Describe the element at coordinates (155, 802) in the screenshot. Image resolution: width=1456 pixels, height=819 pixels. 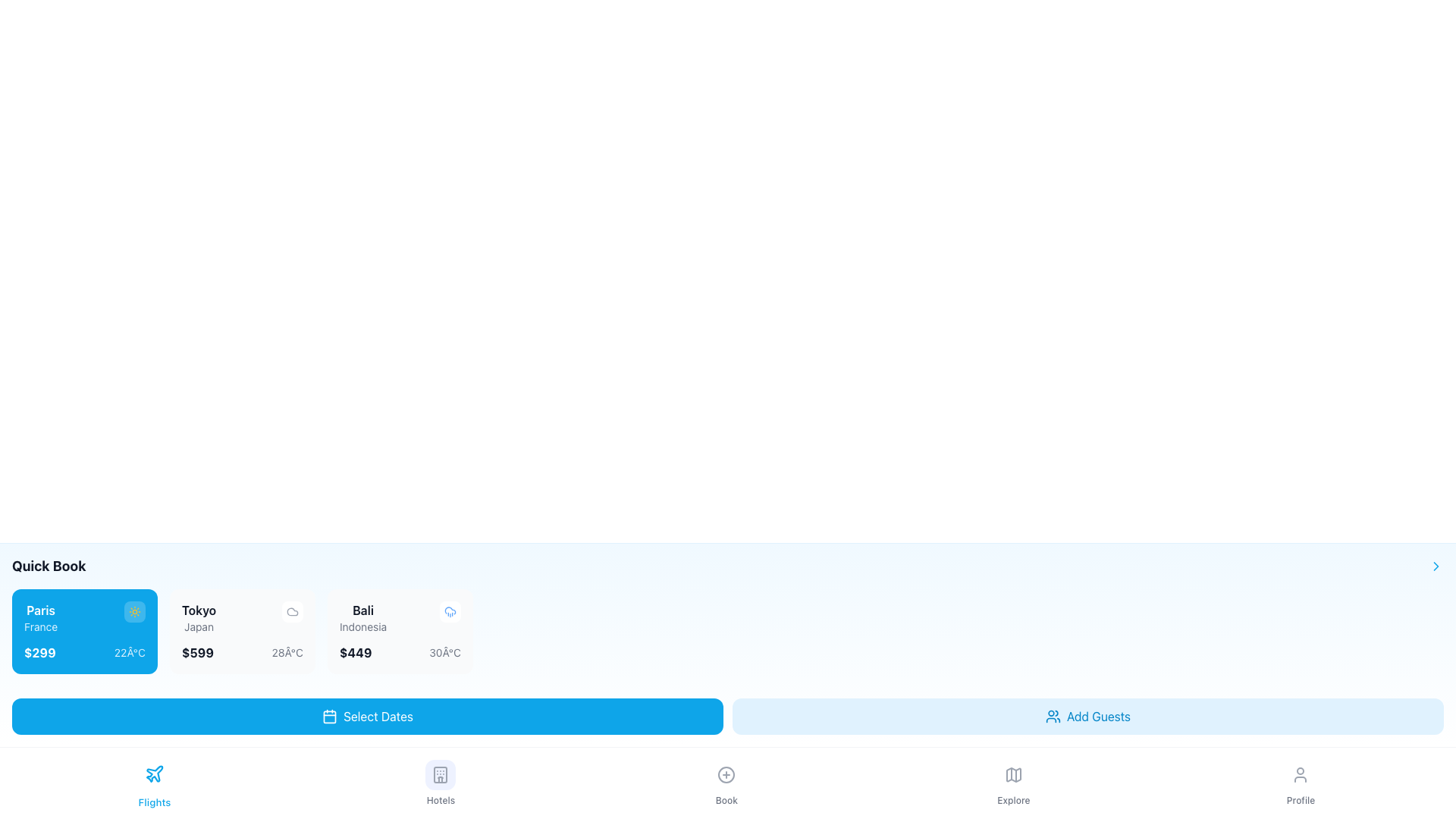
I see `text label displaying 'Flights' located in the bottom navigation bar, positioned between the 'Hotels' and 'Explore' icons, associated with flight-related actions` at that location.